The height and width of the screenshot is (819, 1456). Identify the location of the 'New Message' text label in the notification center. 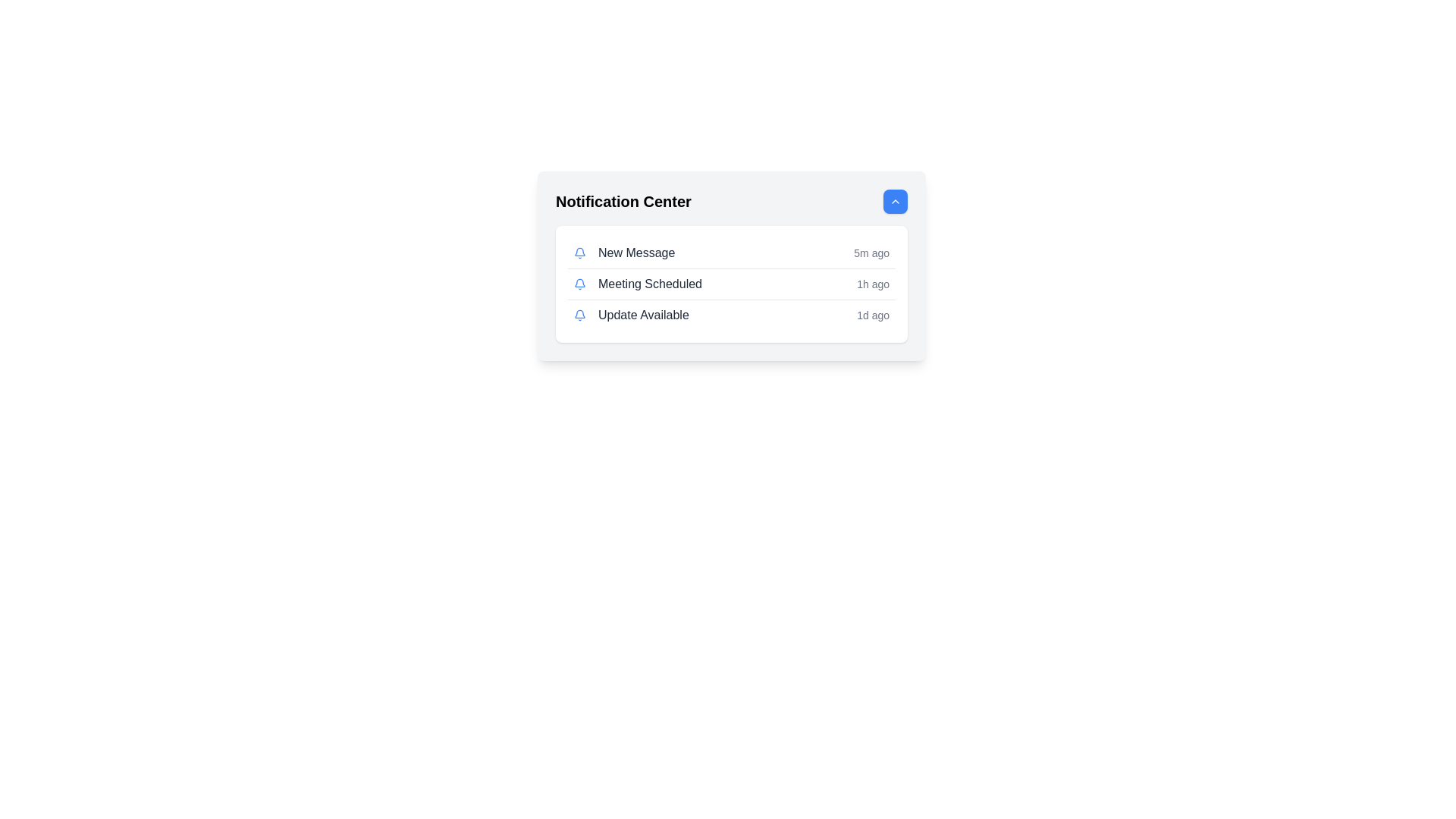
(636, 253).